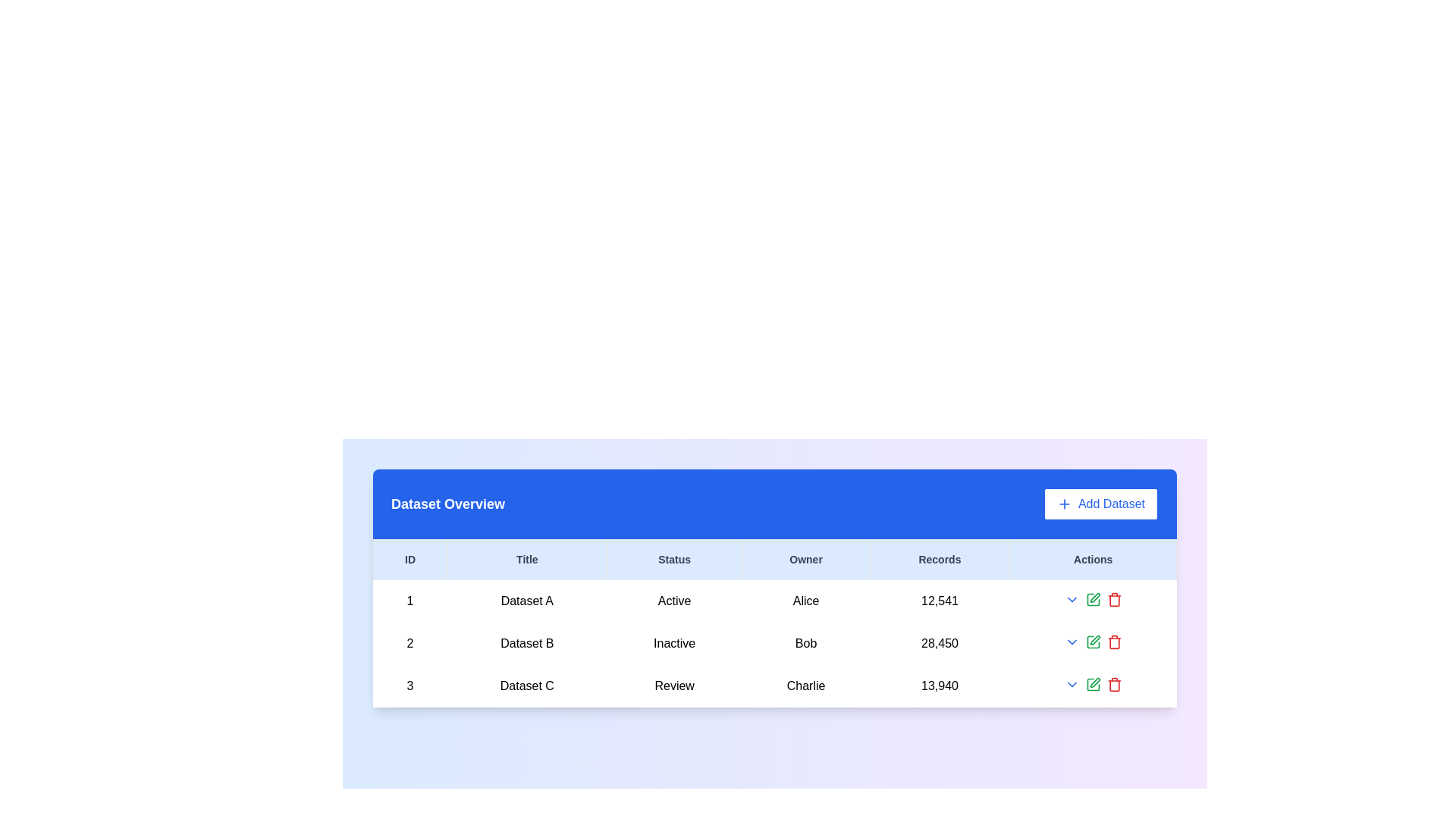 The height and width of the screenshot is (819, 1456). Describe the element at coordinates (939, 601) in the screenshot. I see `the Text display that shows the record count for the dataset entry located in the fifth column of the first row under the 'Dataset Overview' header` at that location.